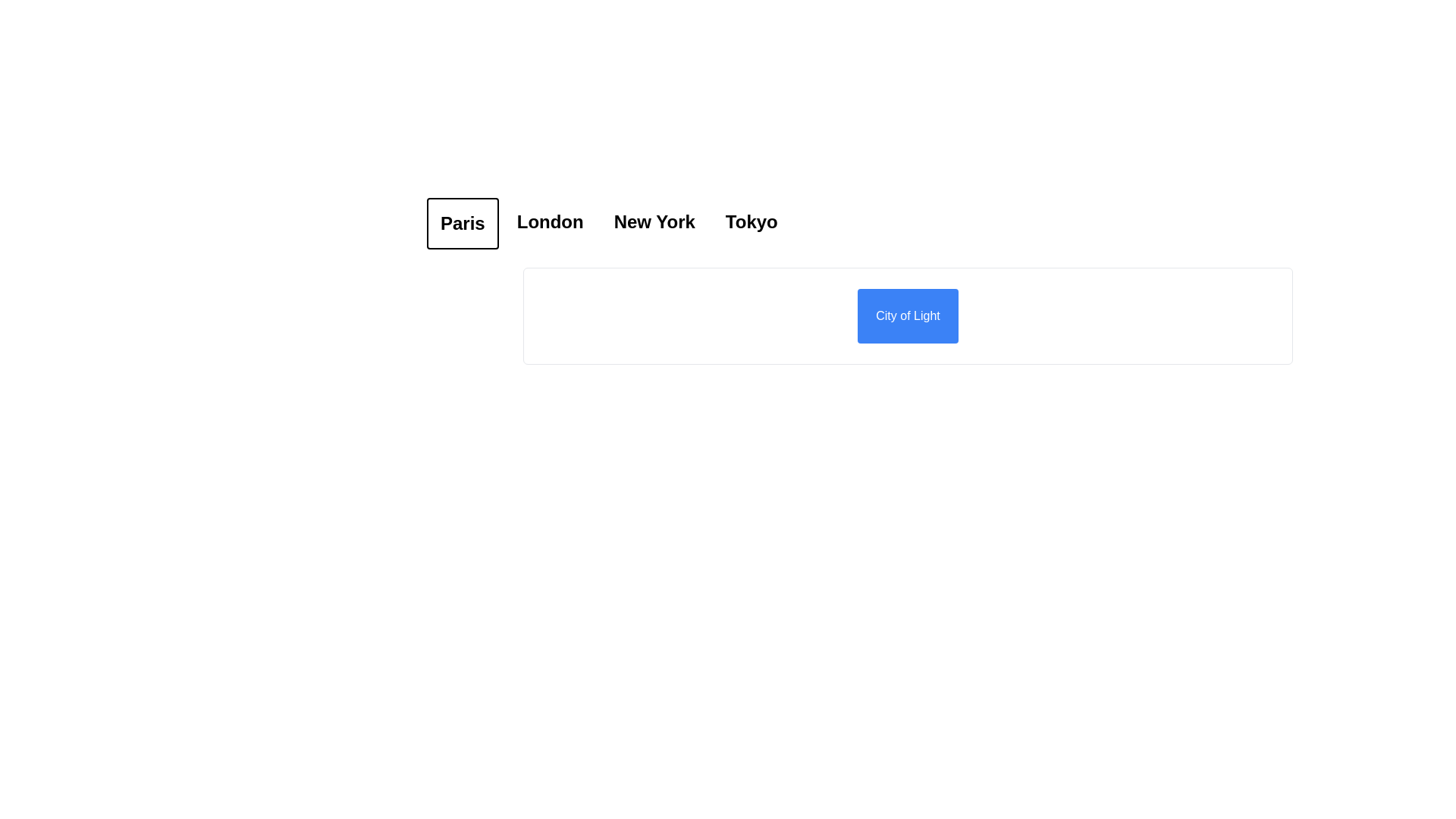 Image resolution: width=1456 pixels, height=819 pixels. I want to click on the third item in the list of city names, so click(654, 223).